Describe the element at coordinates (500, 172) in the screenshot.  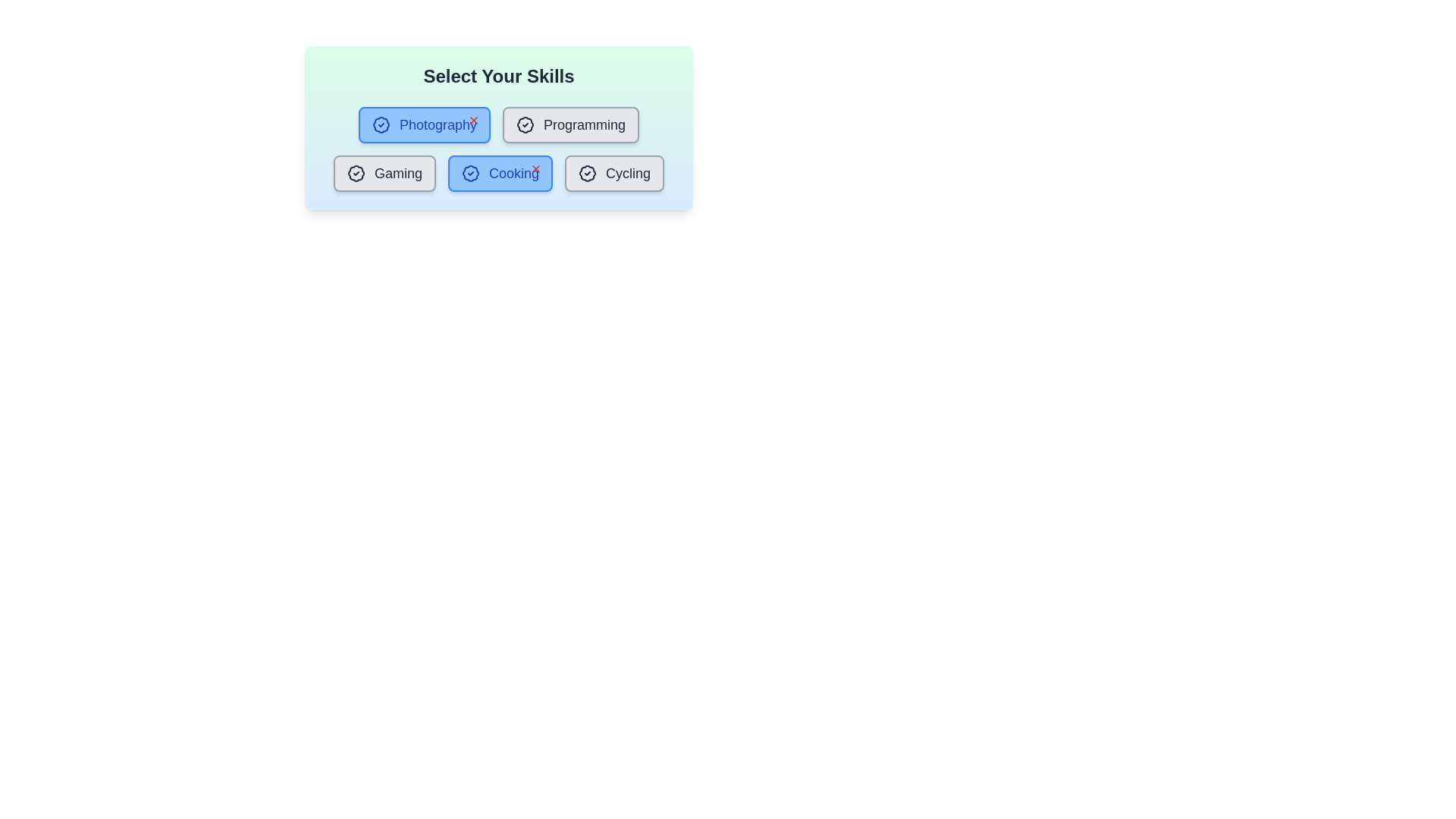
I see `the skill button labeled Cooking to toggle its highlighting` at that location.